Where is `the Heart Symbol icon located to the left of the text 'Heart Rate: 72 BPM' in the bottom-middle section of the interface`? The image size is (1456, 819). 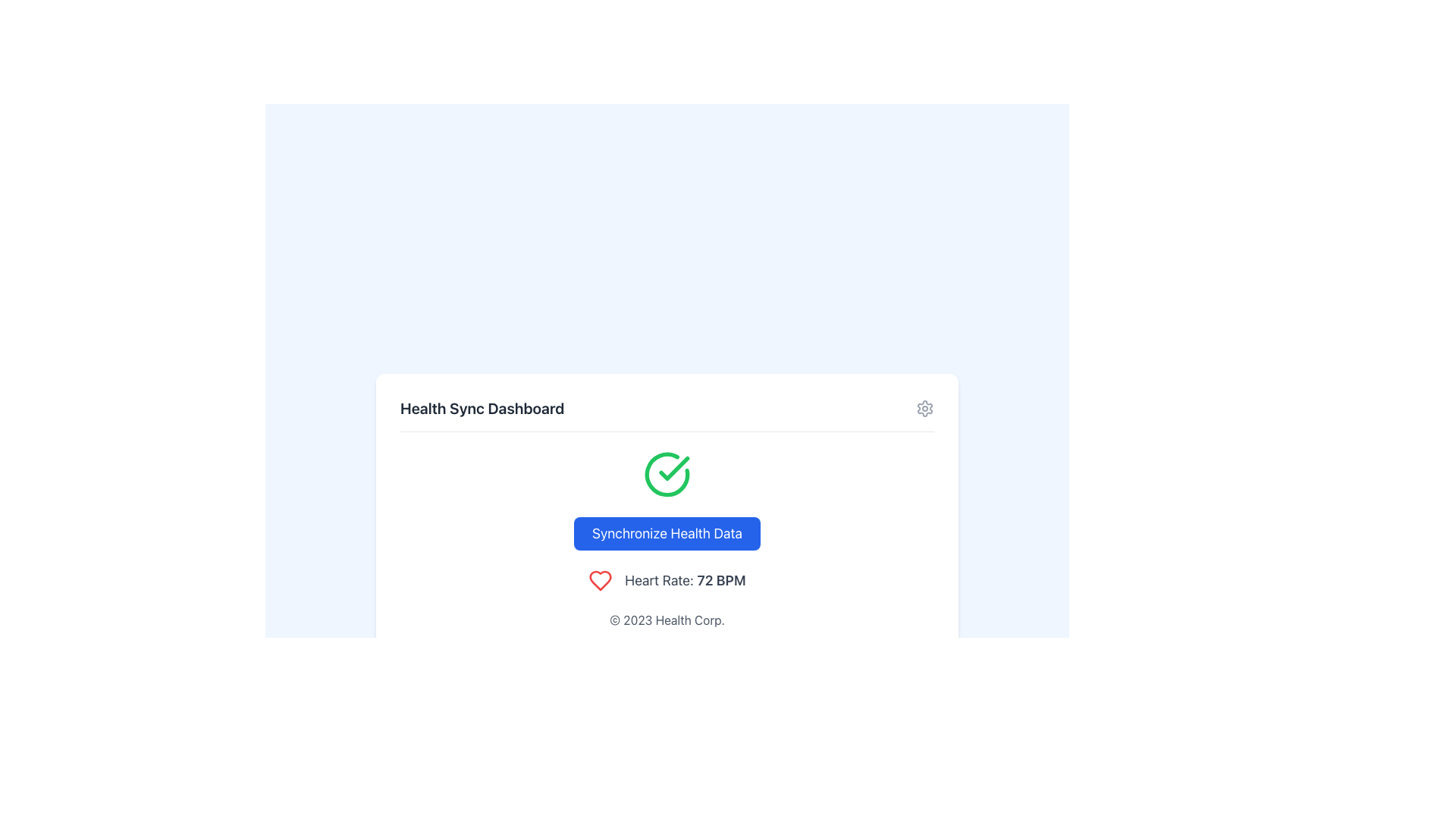 the Heart Symbol icon located to the left of the text 'Heart Rate: 72 BPM' in the bottom-middle section of the interface is located at coordinates (600, 580).